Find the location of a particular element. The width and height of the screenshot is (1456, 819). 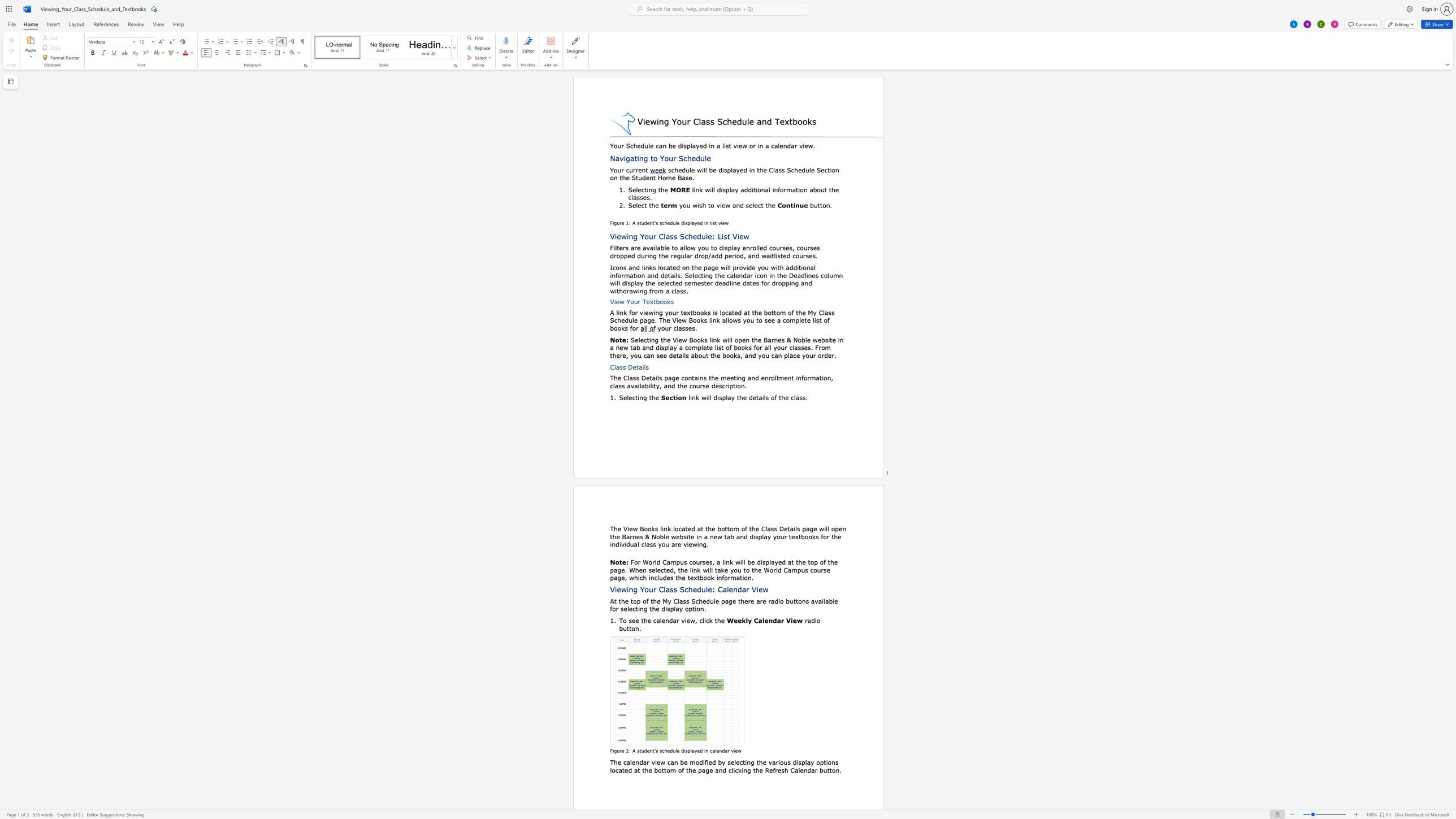

the 2th character "t" in the text is located at coordinates (658, 189).